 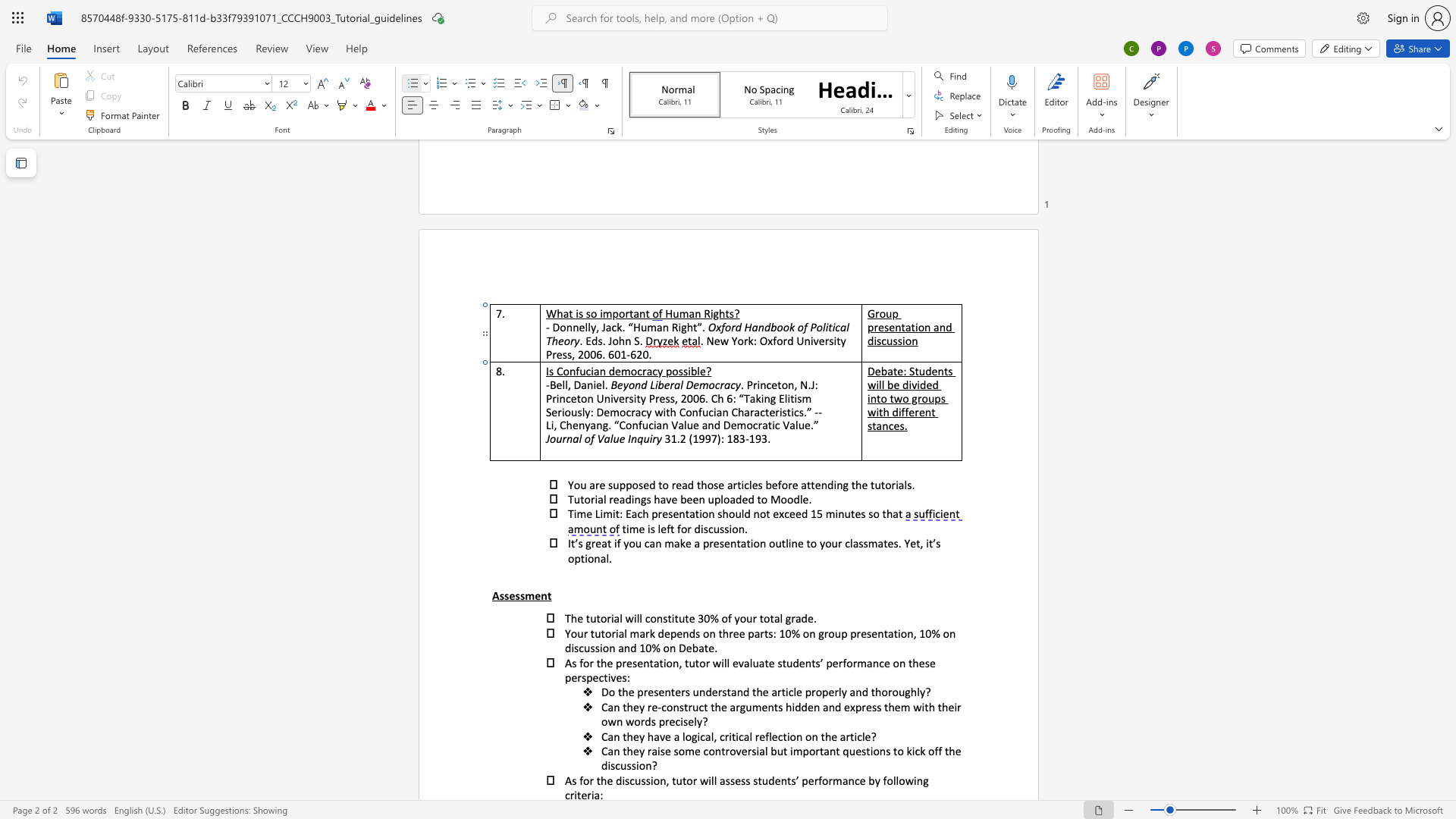 I want to click on the space between the continuous character "p" and "o" in the text, so click(x=808, y=751).